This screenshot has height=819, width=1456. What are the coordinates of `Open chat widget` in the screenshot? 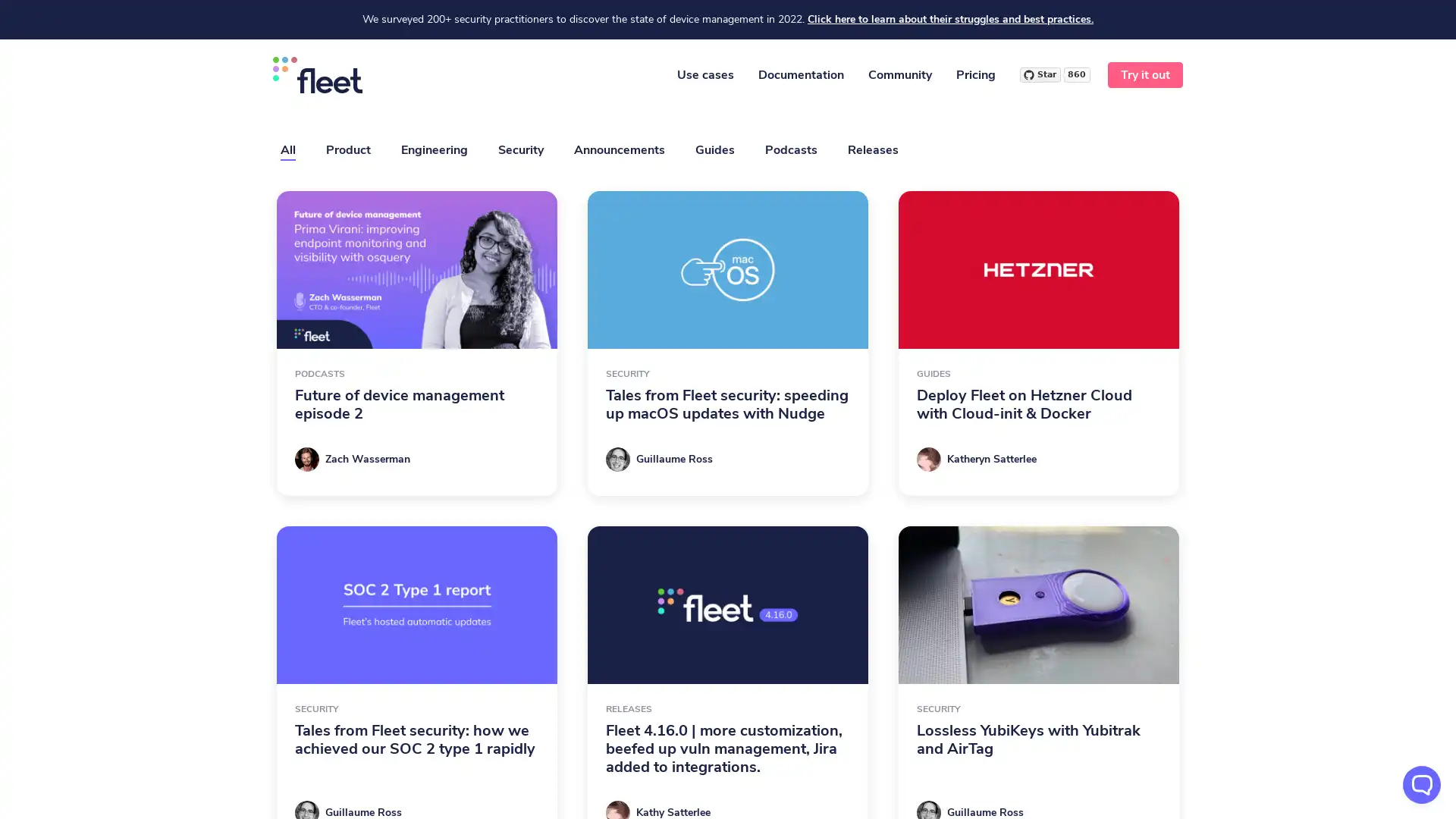 It's located at (1421, 784).